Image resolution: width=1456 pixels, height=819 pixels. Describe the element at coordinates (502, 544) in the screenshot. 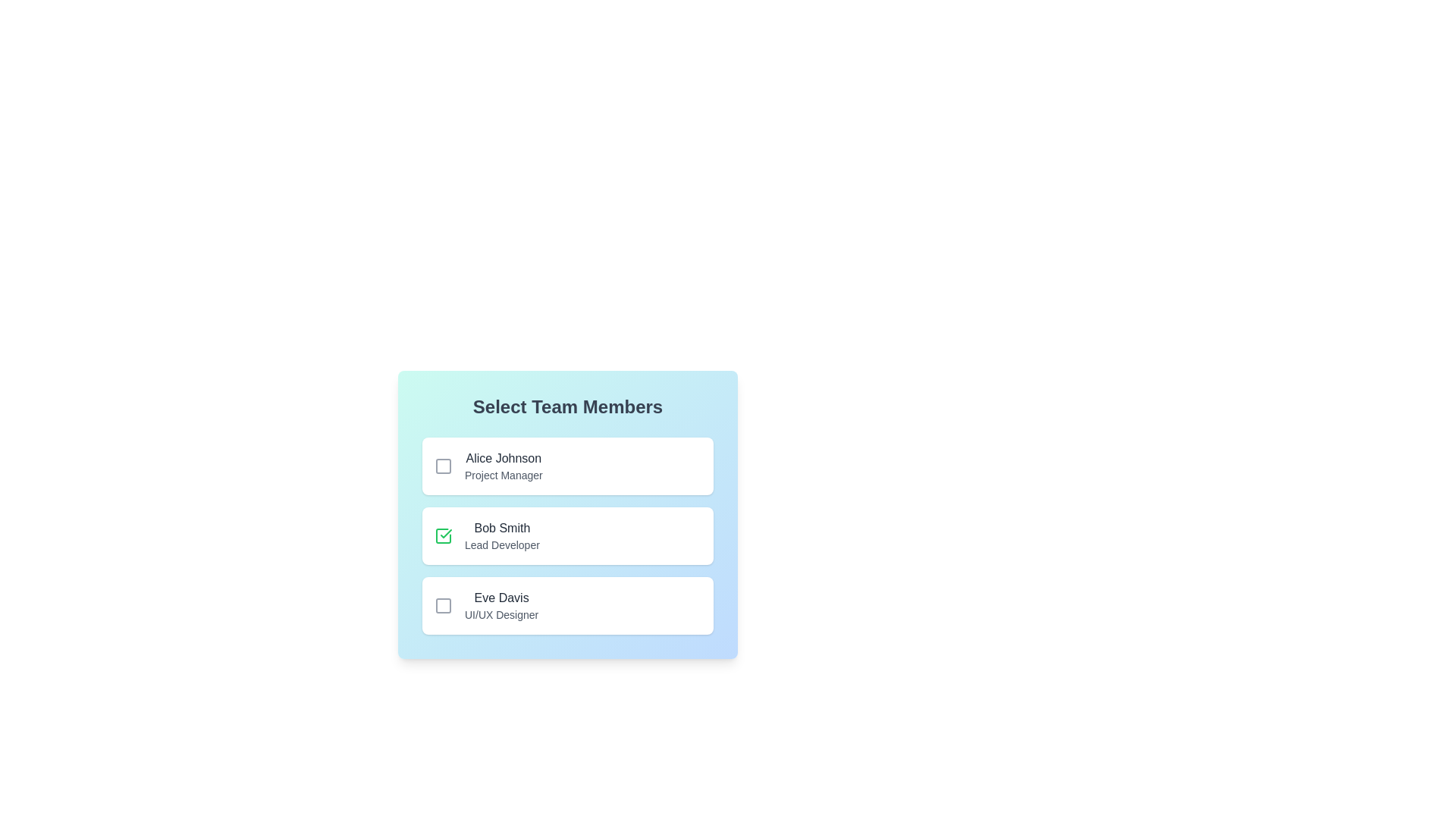

I see `text label located directly beneath 'Bob Smith' in the 'Select Team Members' interface, which serves as a subtitle for the individual` at that location.